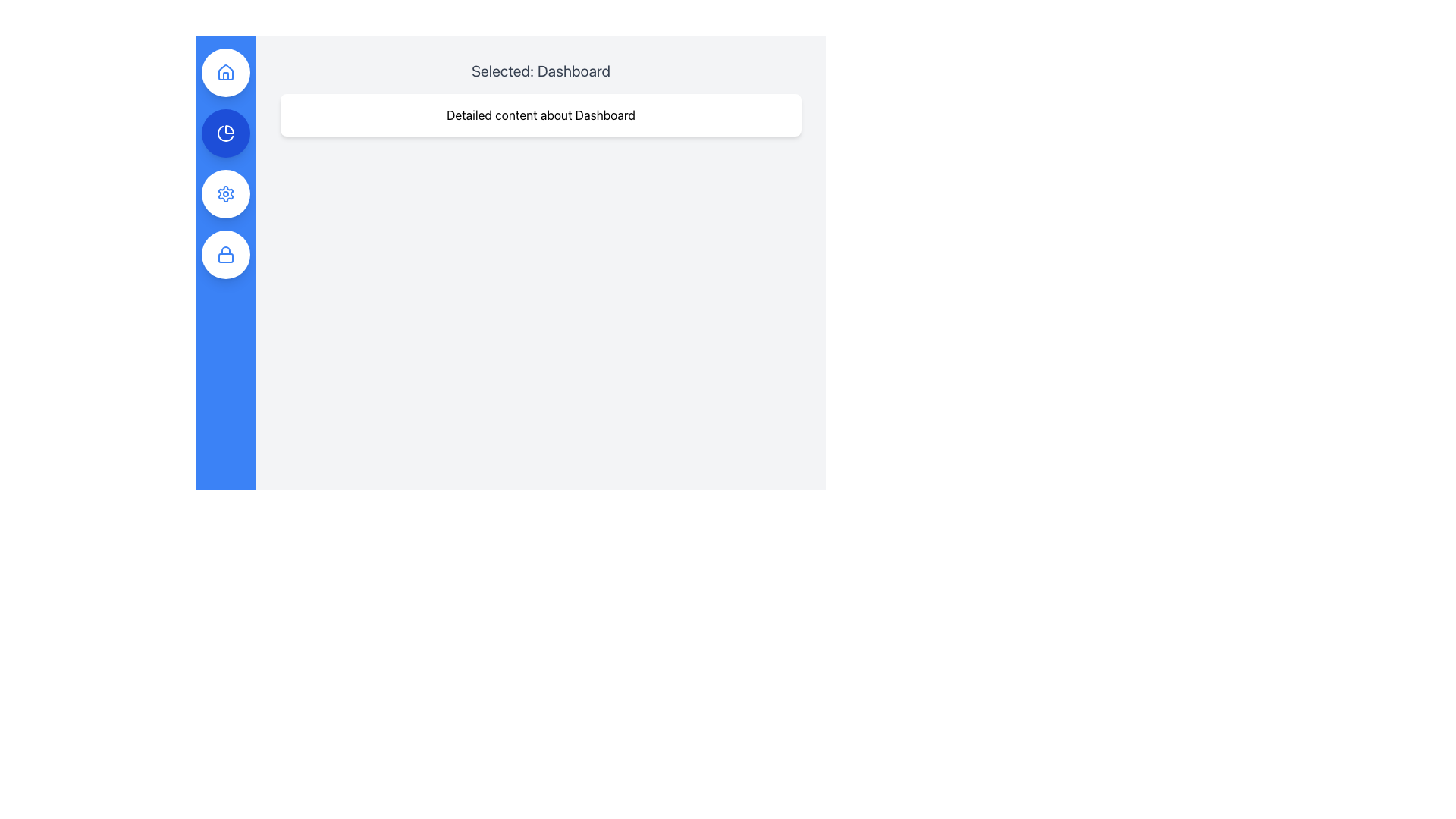 This screenshot has height=819, width=1456. I want to click on the topmost SVG icon in the vertical group of circular buttons on the left sidebar, which is set against a blue background and is within a white button, so click(224, 73).